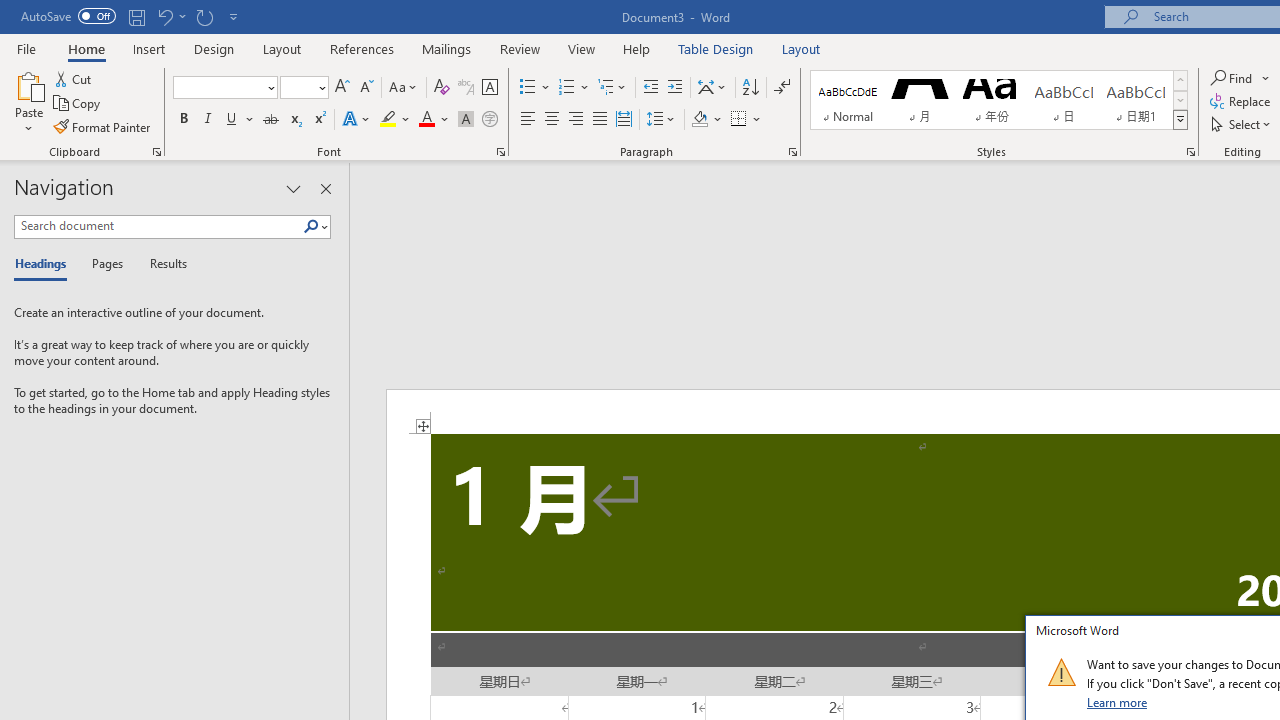  Describe the element at coordinates (164, 16) in the screenshot. I see `'Undo Apply Quick Style'` at that location.